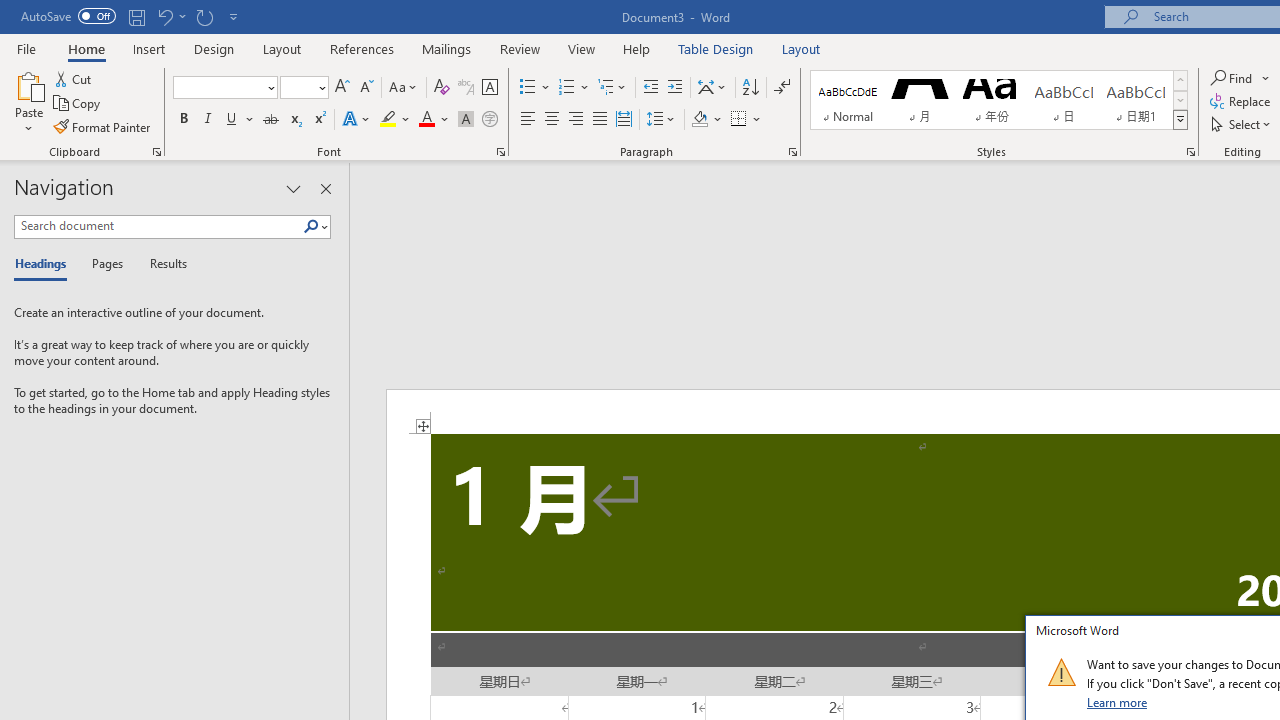  Describe the element at coordinates (164, 16) in the screenshot. I see `'Undo Apply Quick Style'` at that location.